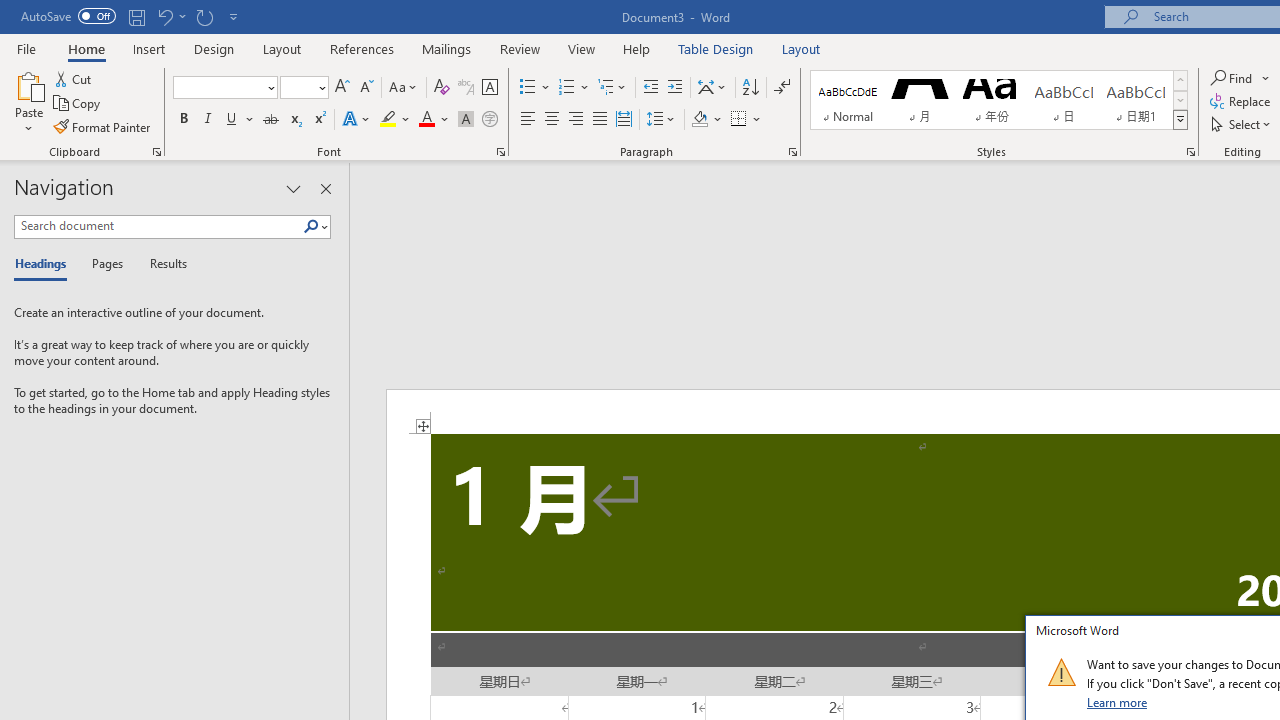  Describe the element at coordinates (164, 16) in the screenshot. I see `'Undo Apply Quick Style'` at that location.